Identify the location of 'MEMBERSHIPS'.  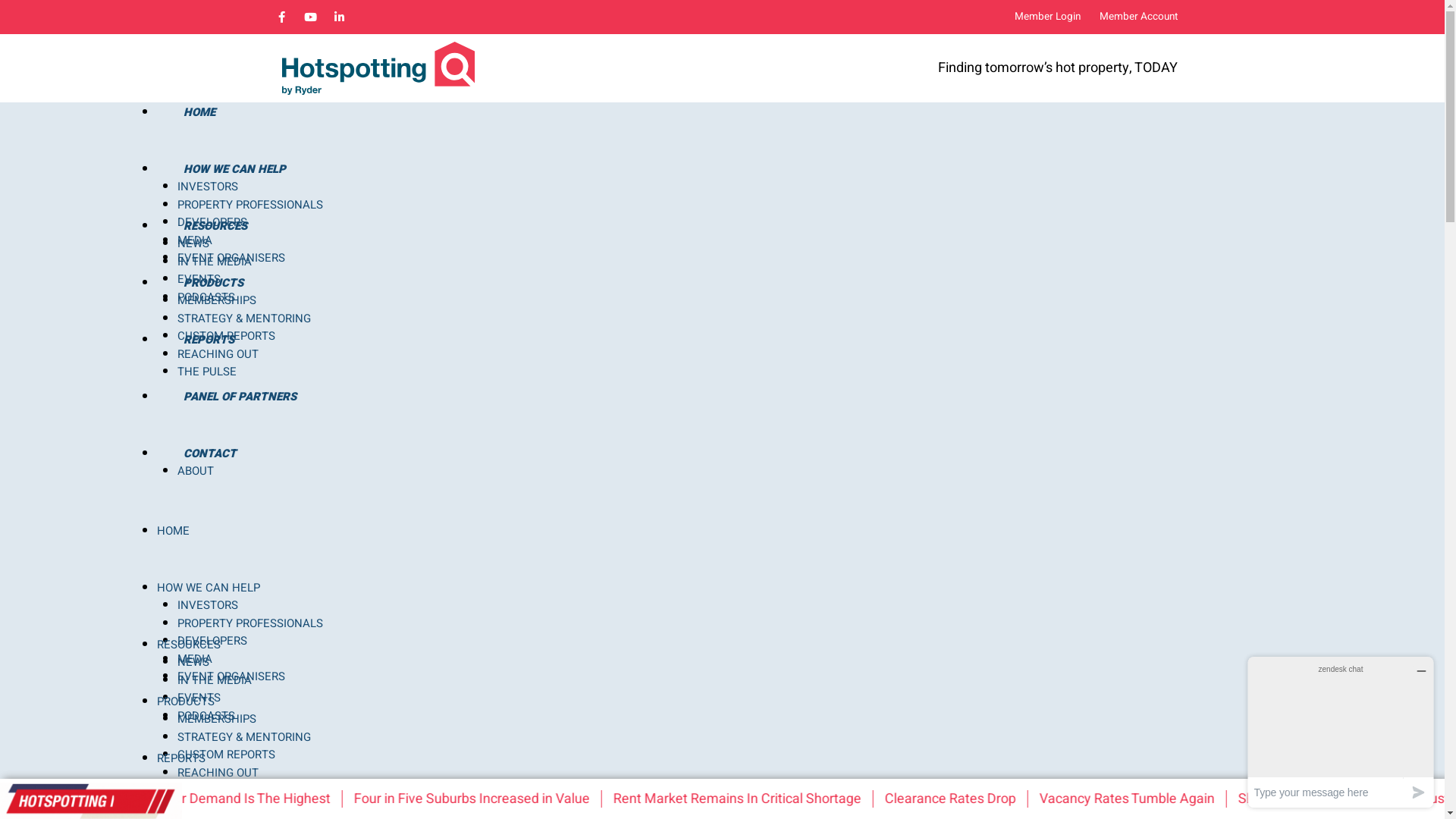
(216, 718).